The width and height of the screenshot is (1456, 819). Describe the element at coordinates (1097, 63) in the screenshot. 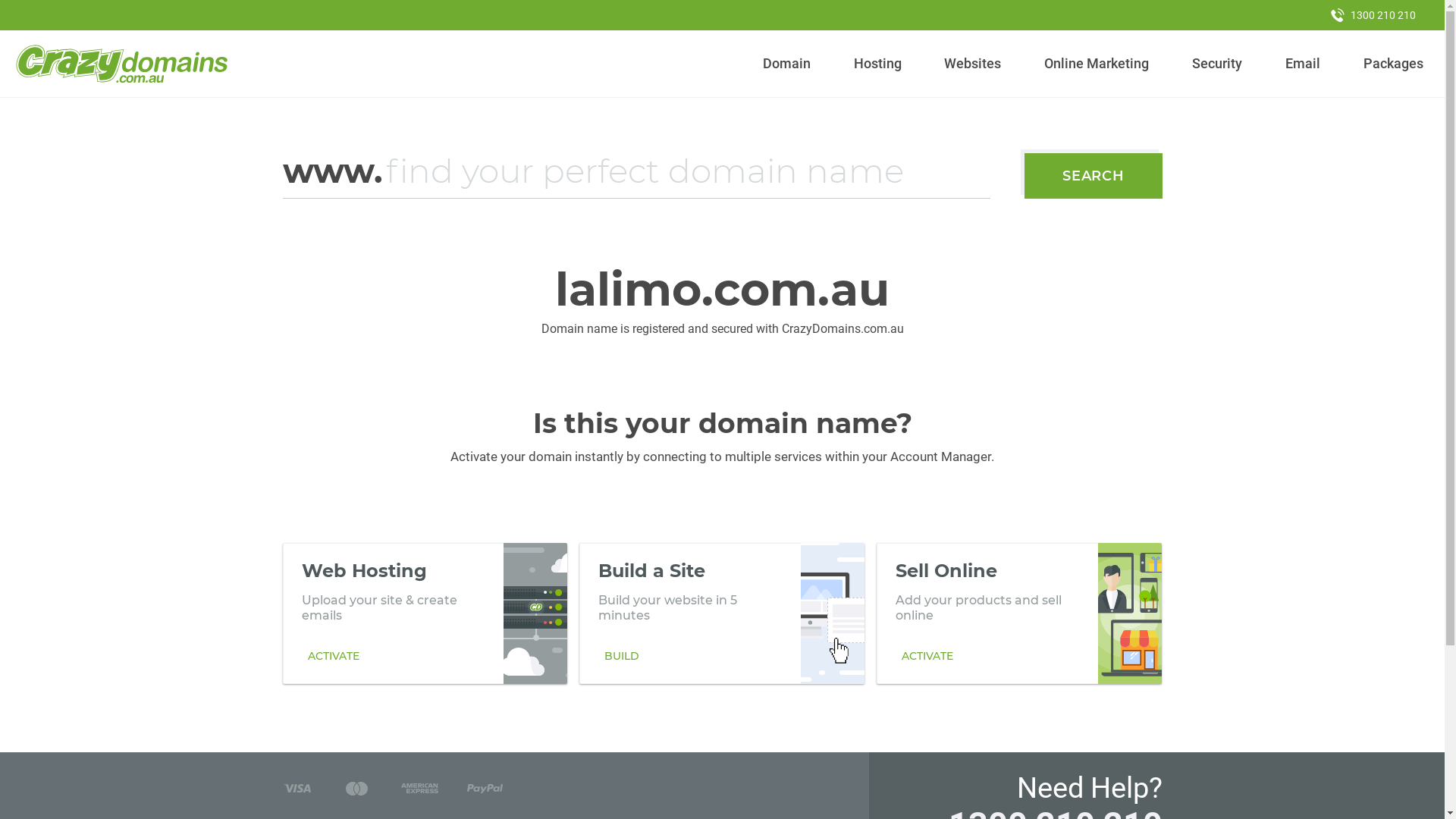

I see `'Online Marketing'` at that location.